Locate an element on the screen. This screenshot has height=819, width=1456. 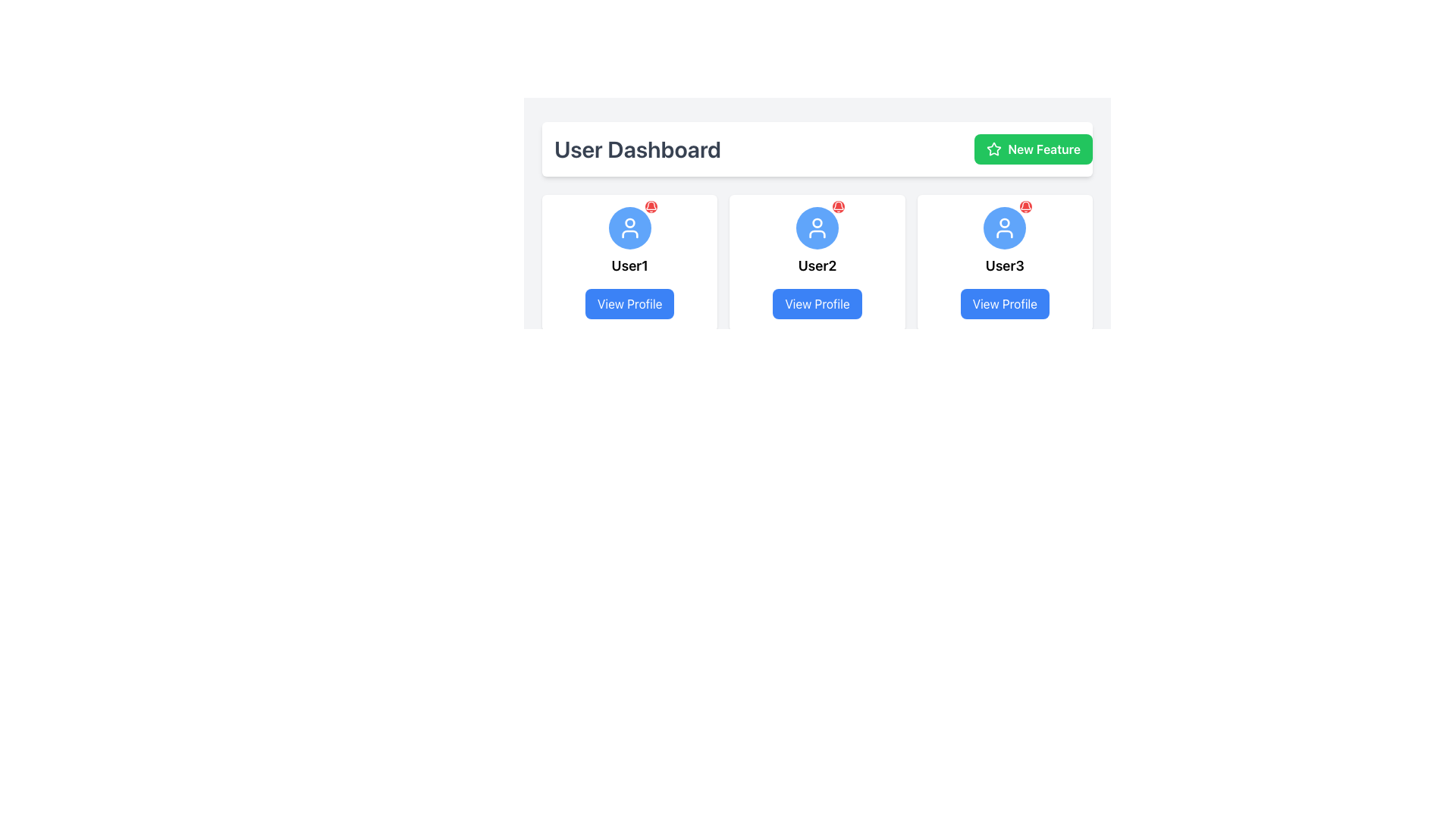
the text label identifying 'User3' is located at coordinates (1005, 265).